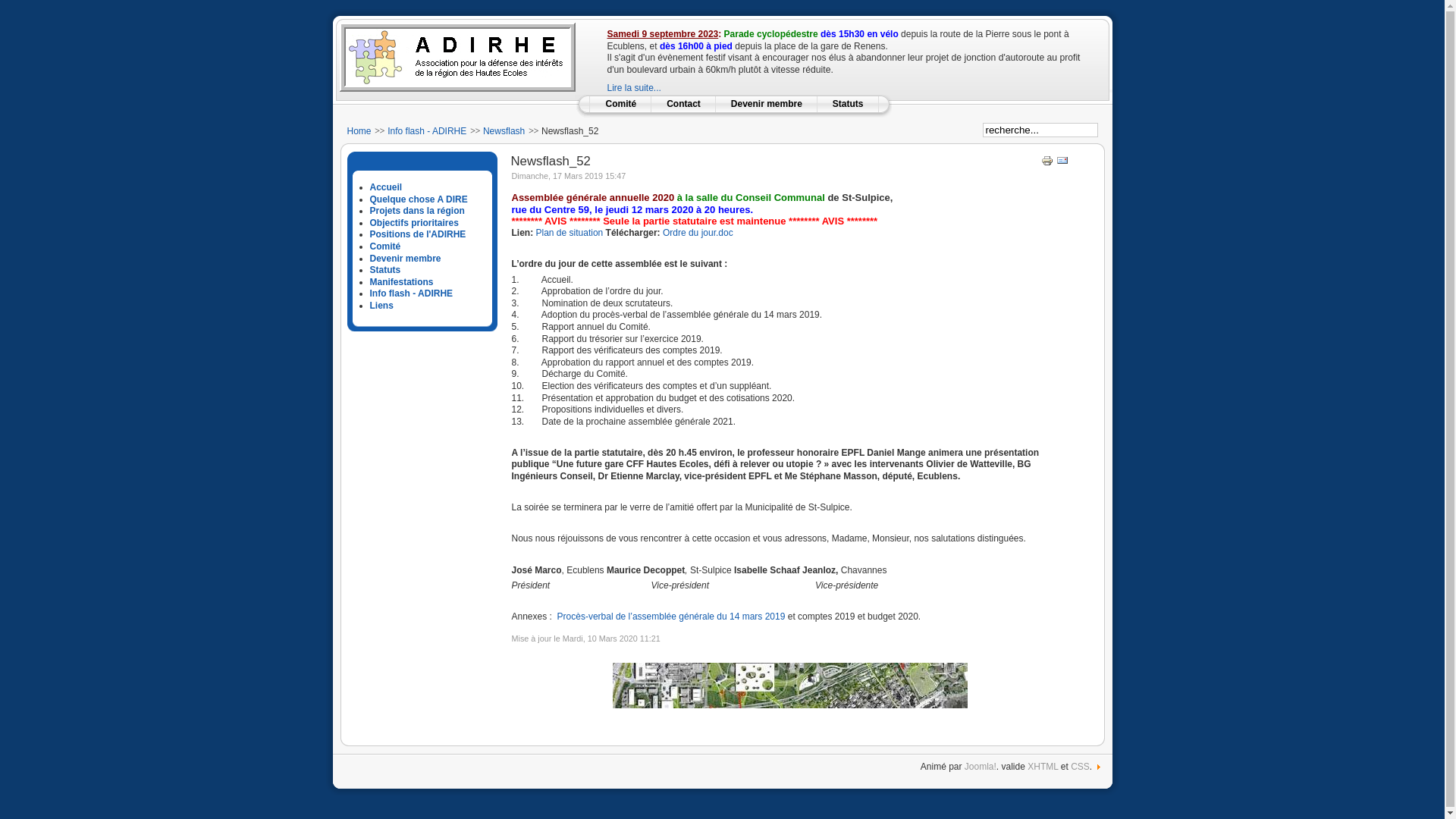 This screenshot has height=819, width=1456. What do you see at coordinates (682, 103) in the screenshot?
I see `'Contact'` at bounding box center [682, 103].